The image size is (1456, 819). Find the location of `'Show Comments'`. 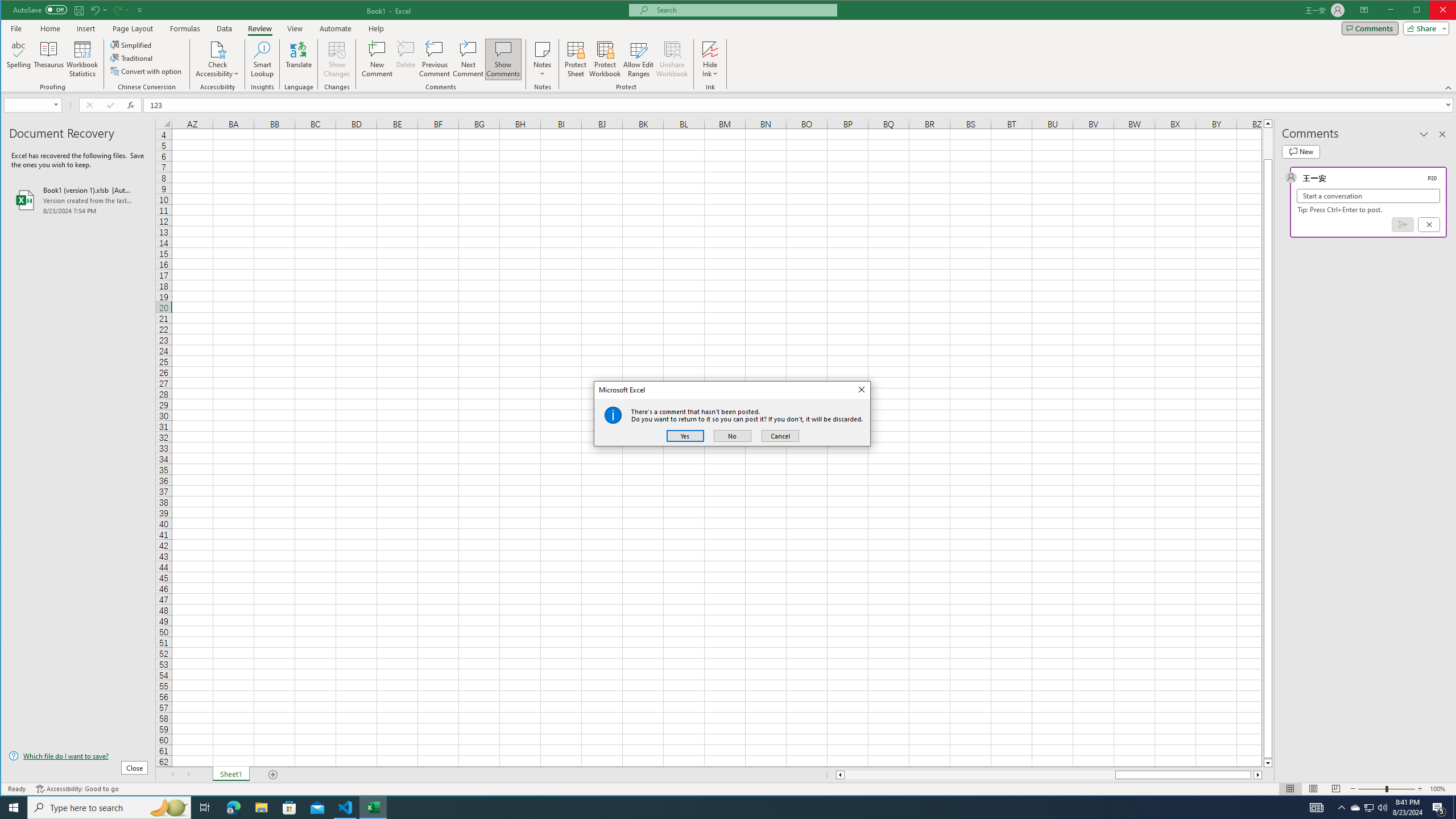

'Show Comments' is located at coordinates (503, 59).